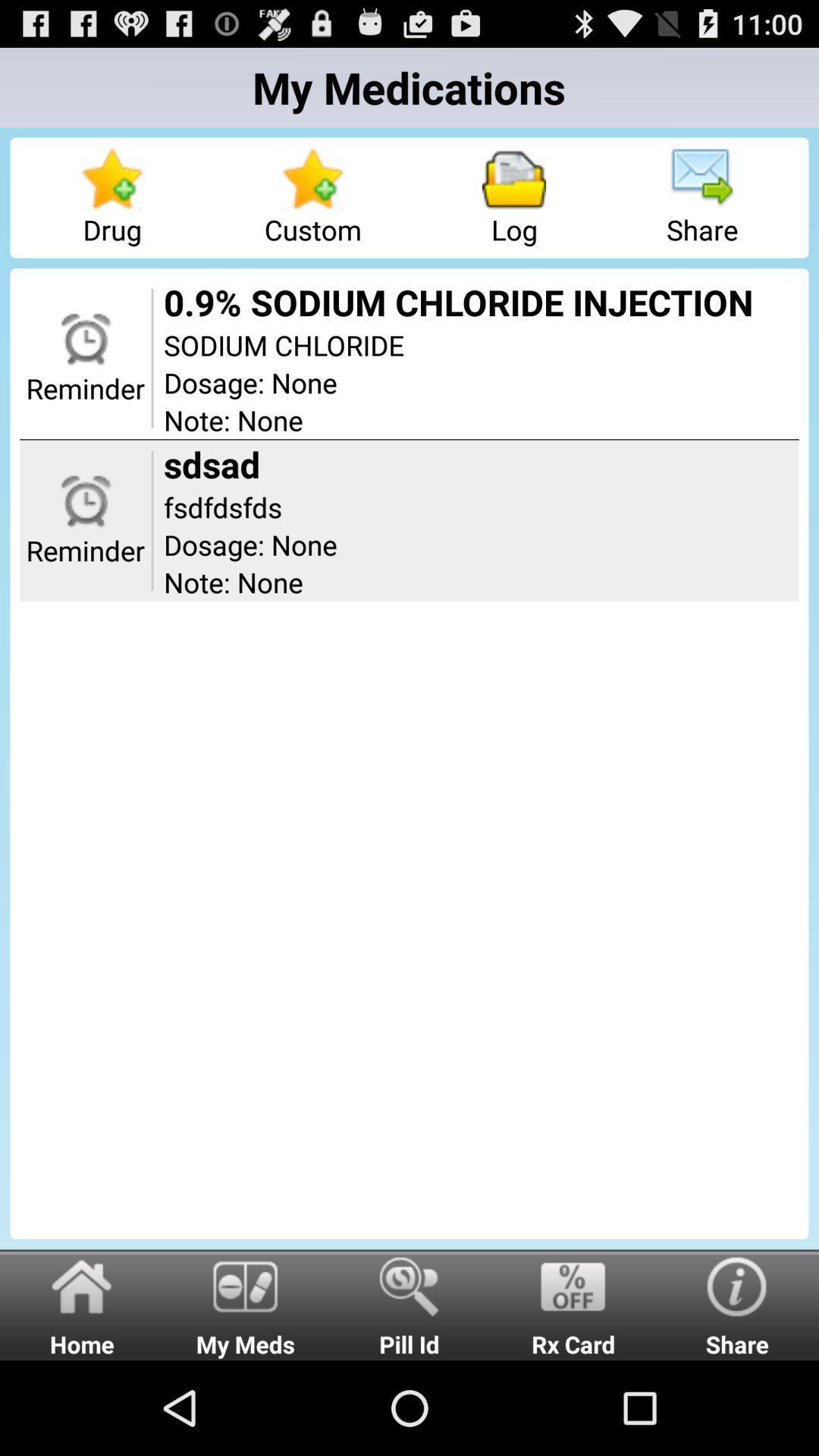  Describe the element at coordinates (409, 1304) in the screenshot. I see `icon at the bottom` at that location.